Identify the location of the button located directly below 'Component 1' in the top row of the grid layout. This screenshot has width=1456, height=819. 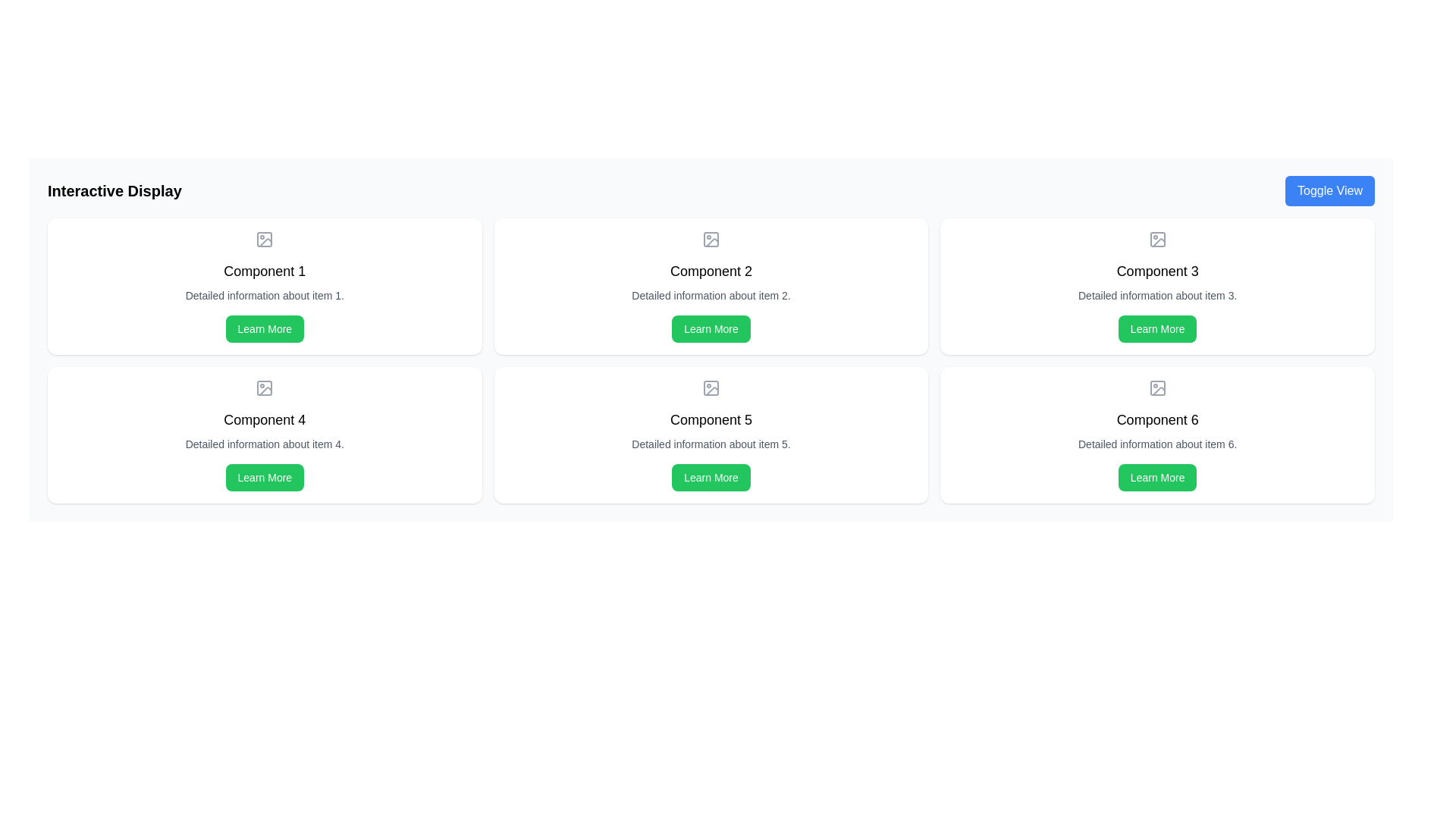
(265, 328).